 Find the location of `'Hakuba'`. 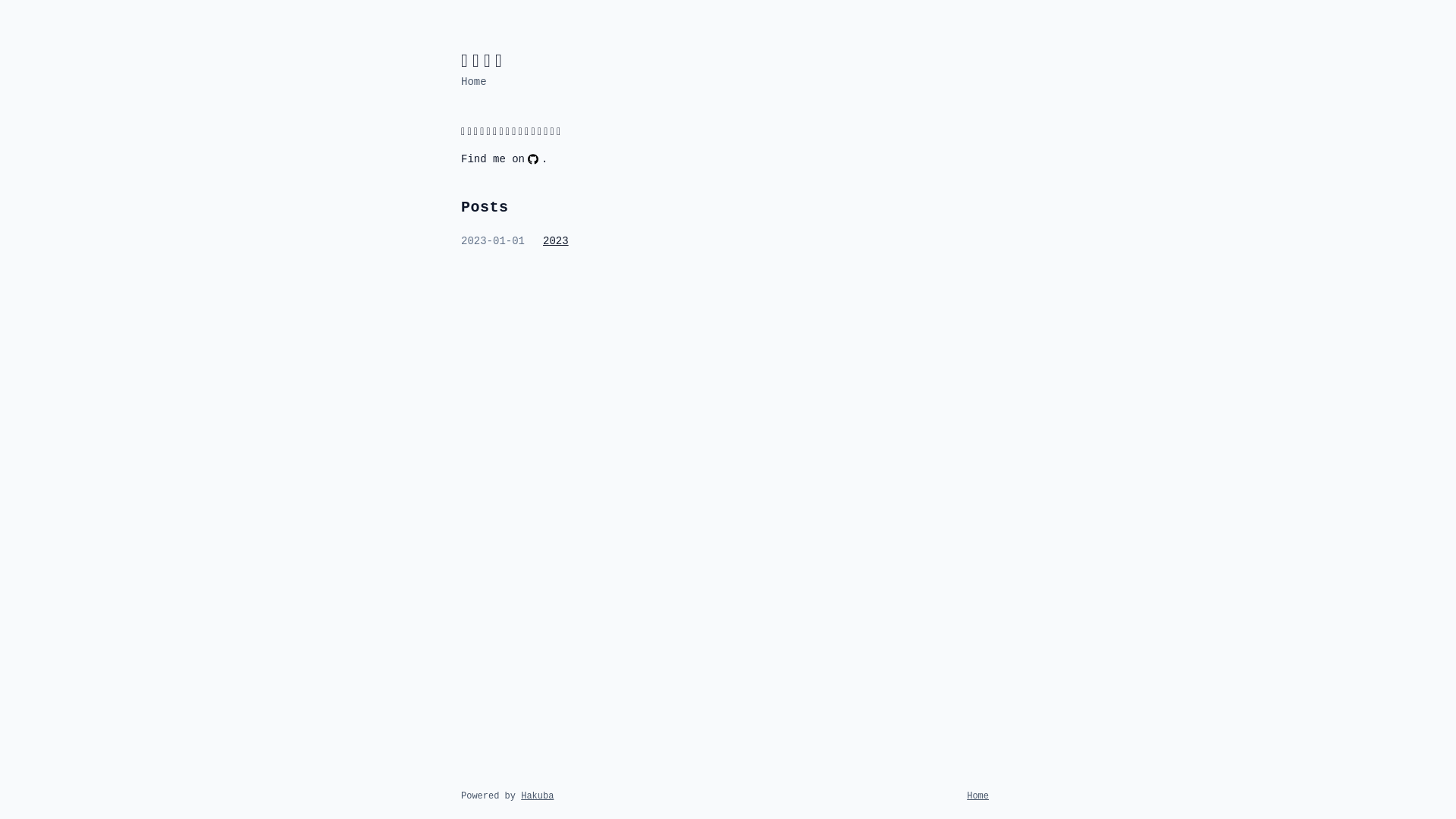

'Hakuba' is located at coordinates (537, 795).